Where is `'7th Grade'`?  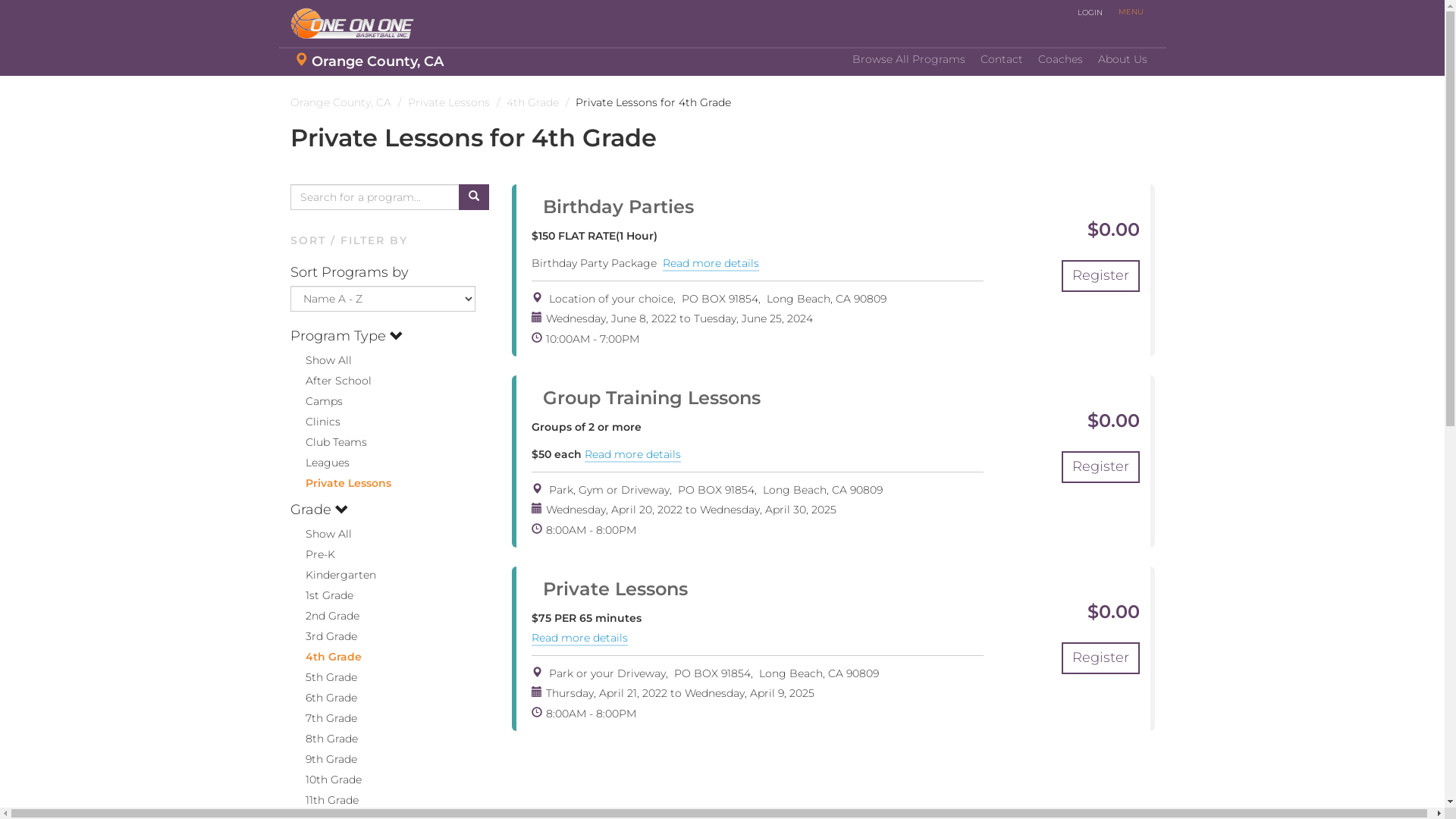 '7th Grade' is located at coordinates (322, 717).